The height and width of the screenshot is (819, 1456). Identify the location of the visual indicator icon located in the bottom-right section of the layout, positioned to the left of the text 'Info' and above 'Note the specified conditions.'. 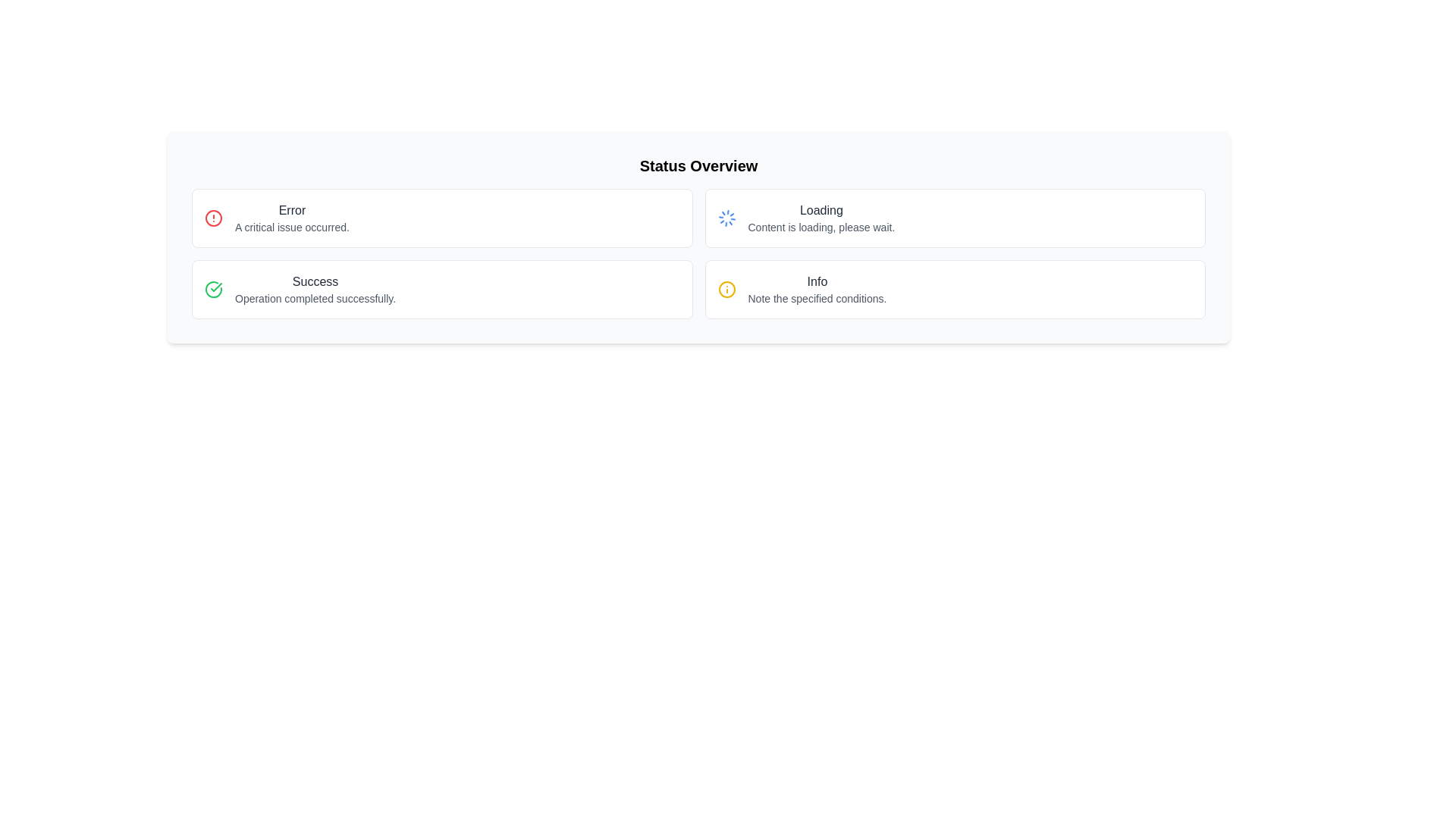
(726, 289).